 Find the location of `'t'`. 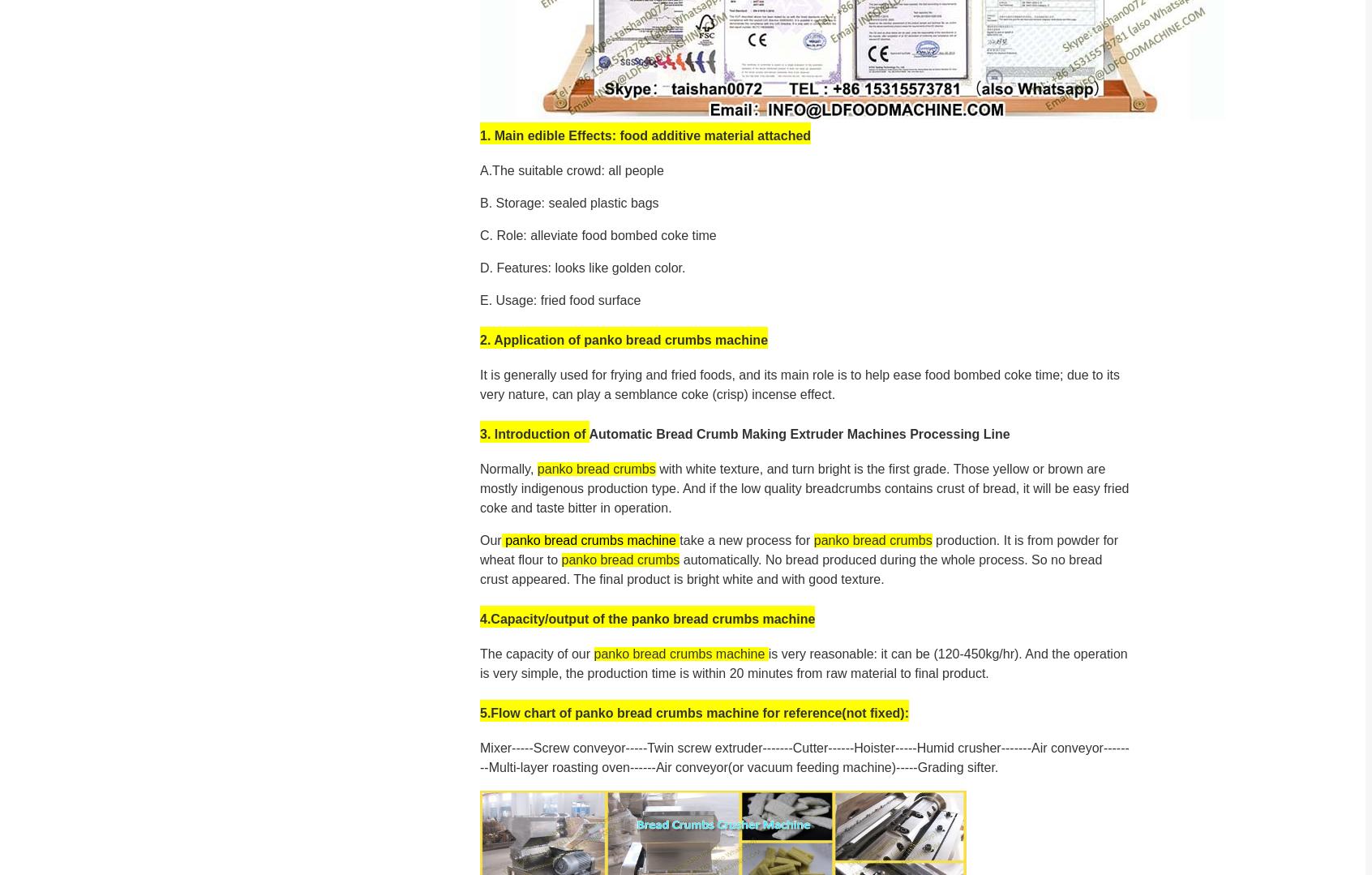

't' is located at coordinates (681, 539).